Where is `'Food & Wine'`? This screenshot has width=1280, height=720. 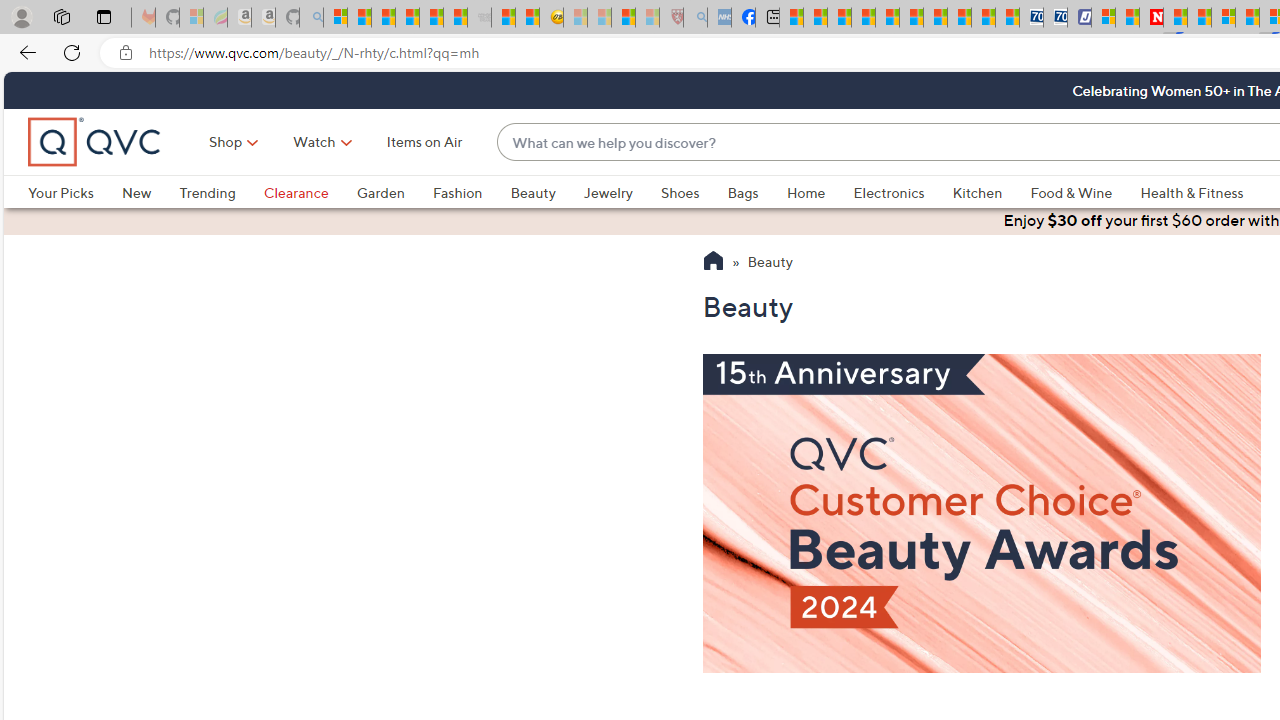 'Food & Wine' is located at coordinates (1084, 192).